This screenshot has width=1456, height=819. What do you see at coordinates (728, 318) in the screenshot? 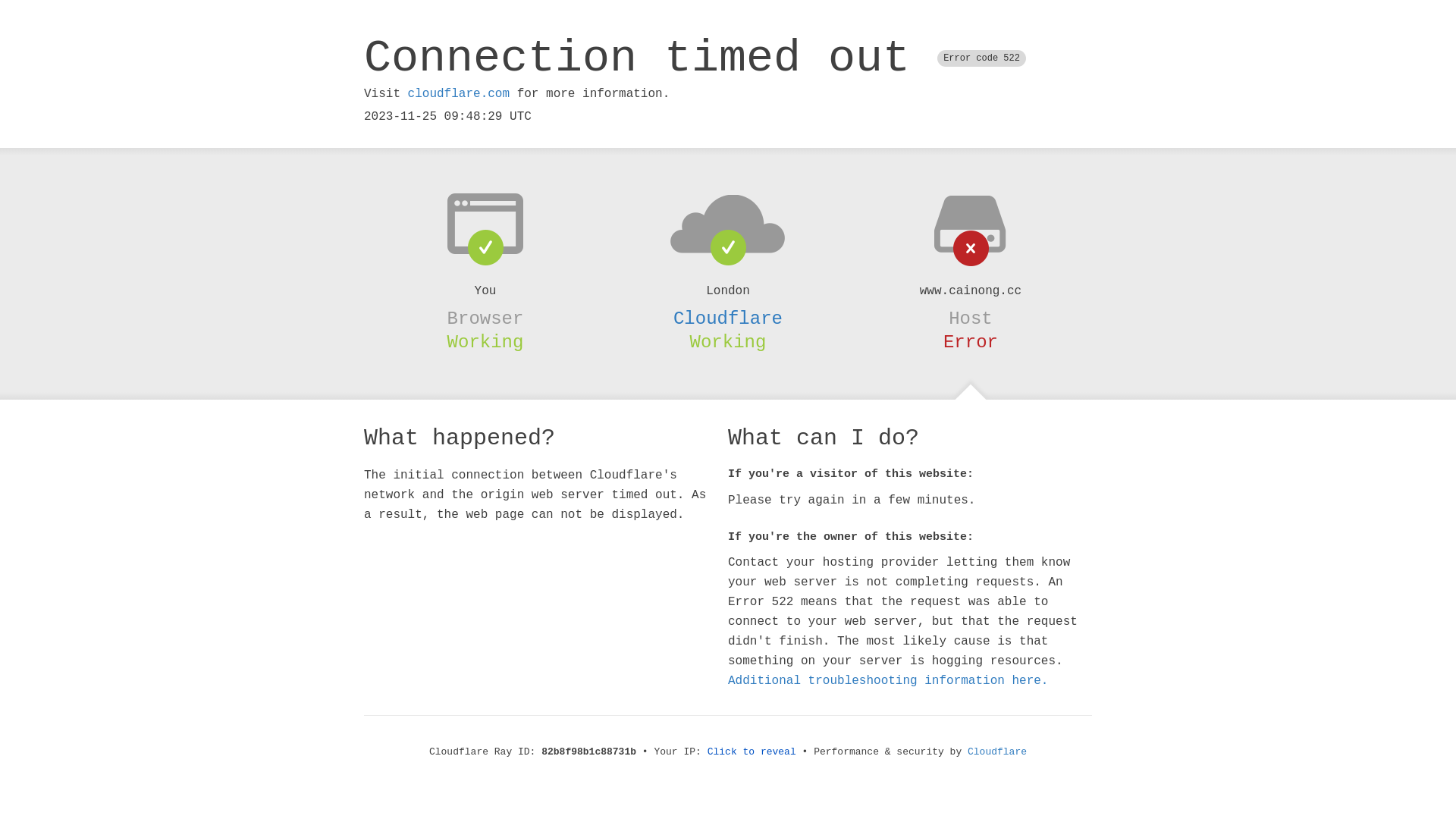
I see `'Cloudflare'` at bounding box center [728, 318].